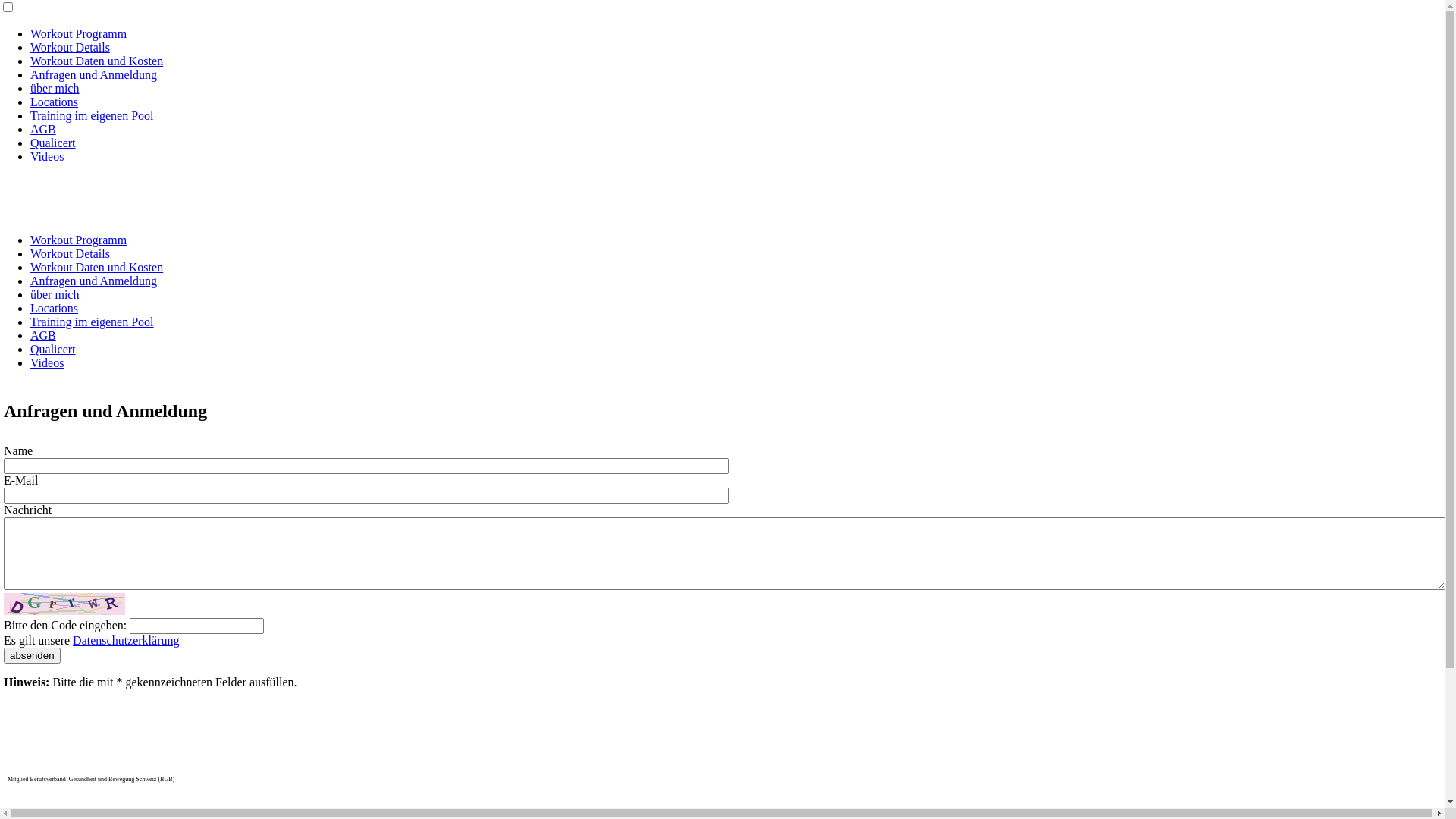  What do you see at coordinates (32, 654) in the screenshot?
I see `'absenden'` at bounding box center [32, 654].